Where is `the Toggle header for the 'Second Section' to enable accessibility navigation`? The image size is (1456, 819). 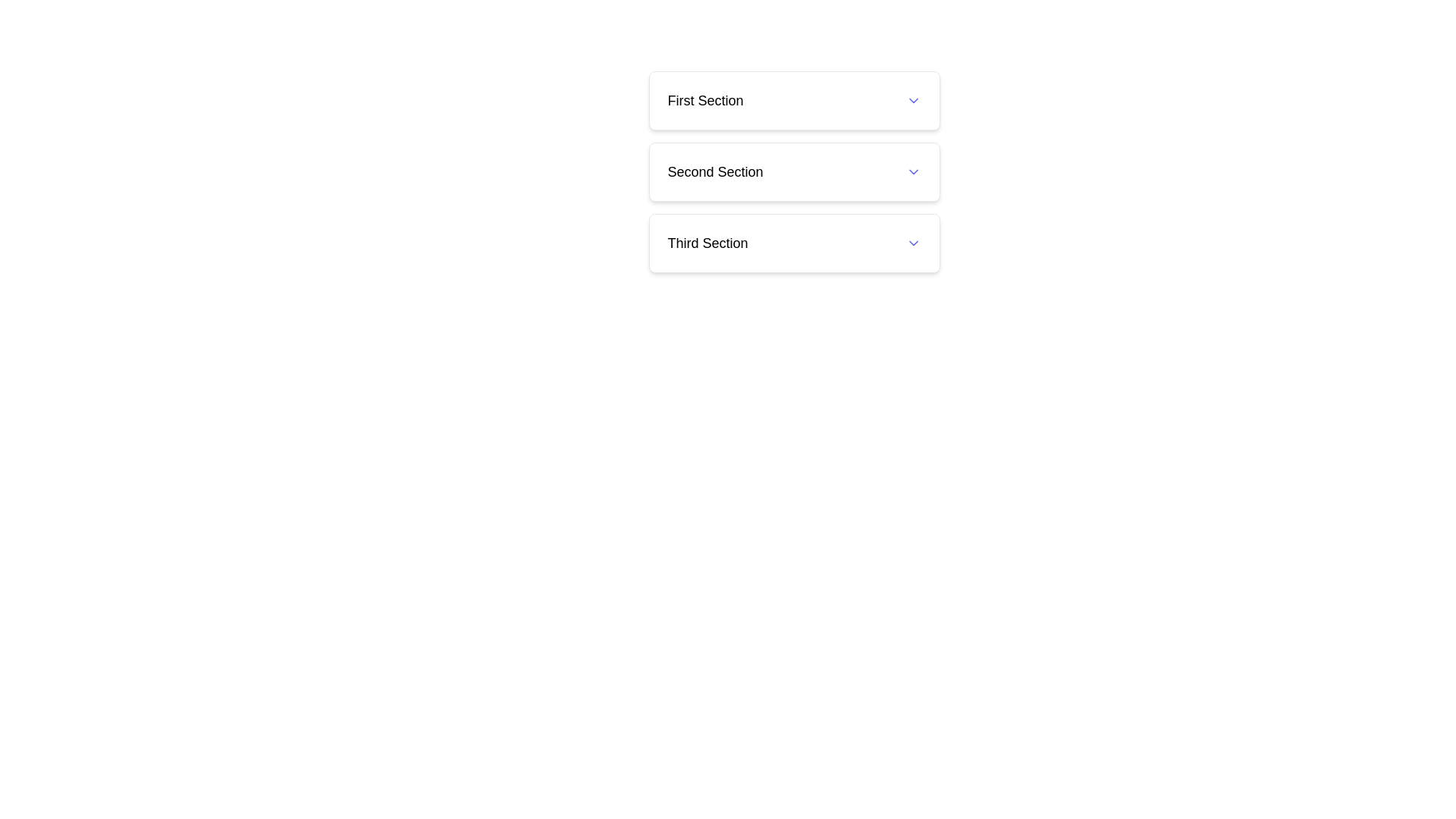 the Toggle header for the 'Second Section' to enable accessibility navigation is located at coordinates (793, 171).